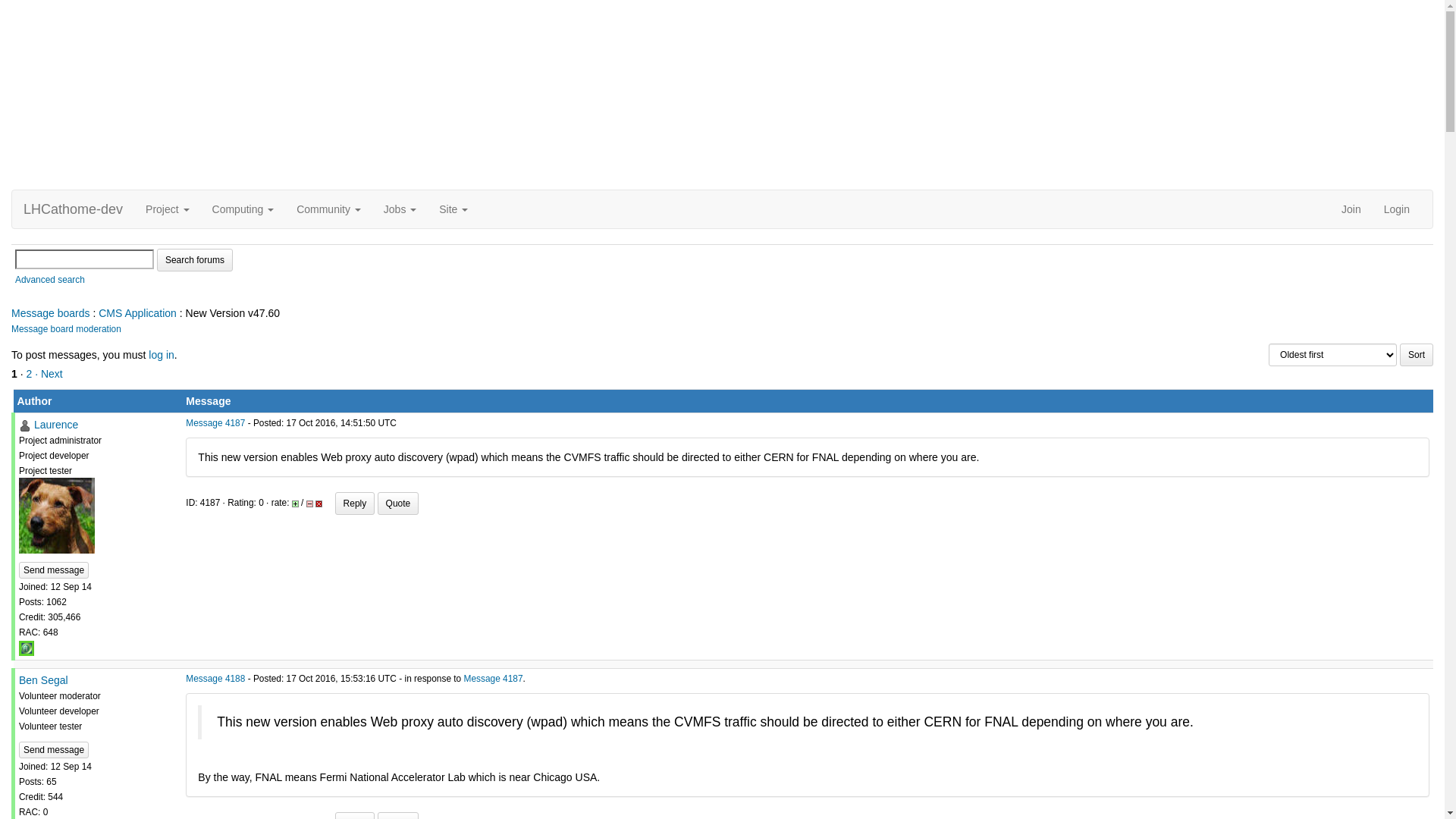  Describe the element at coordinates (55, 424) in the screenshot. I see `'Laurence'` at that location.